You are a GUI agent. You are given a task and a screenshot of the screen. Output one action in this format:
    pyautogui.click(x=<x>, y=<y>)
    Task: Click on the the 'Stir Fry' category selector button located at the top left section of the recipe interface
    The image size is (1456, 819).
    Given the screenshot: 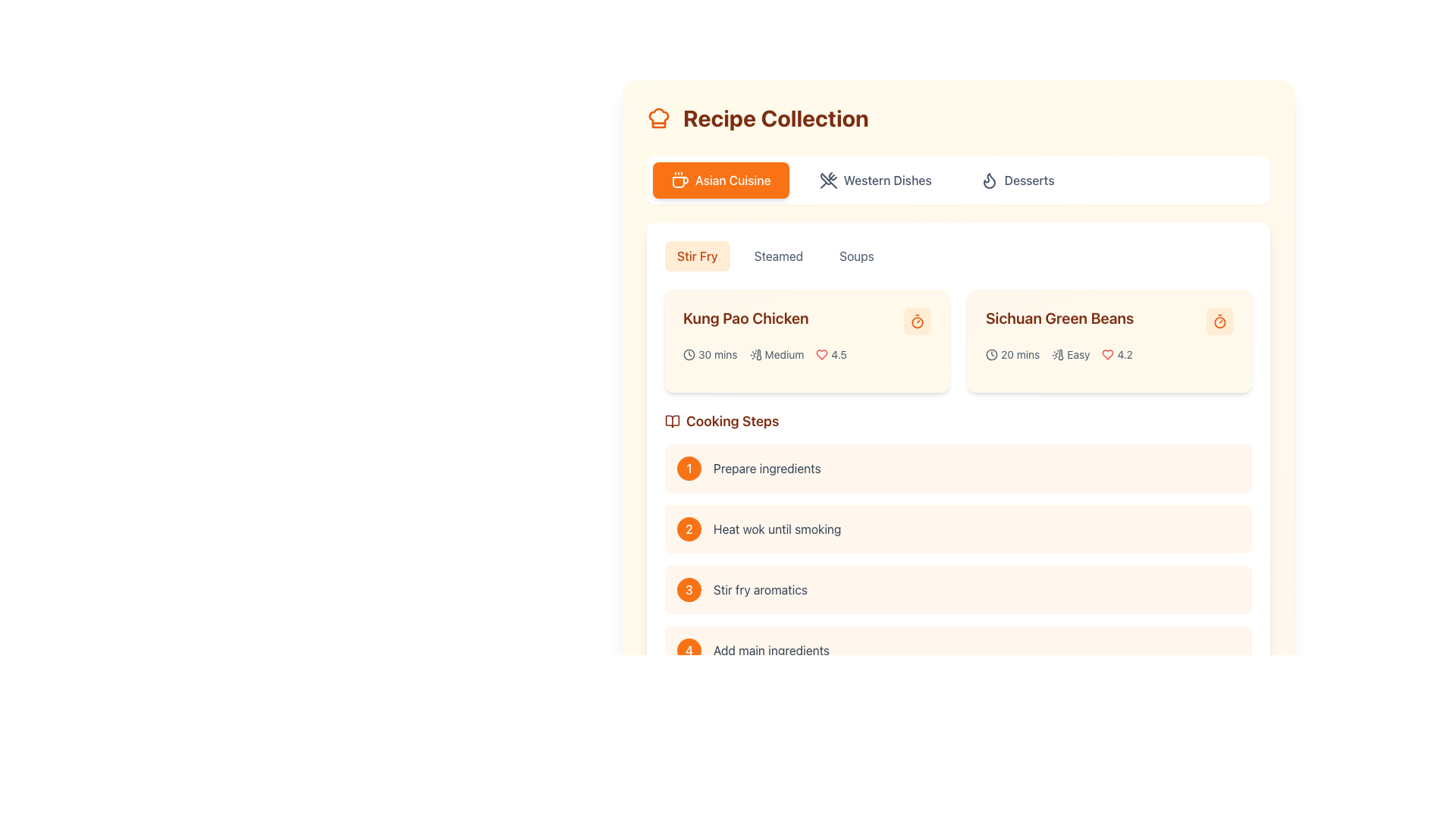 What is the action you would take?
    pyautogui.click(x=696, y=256)
    